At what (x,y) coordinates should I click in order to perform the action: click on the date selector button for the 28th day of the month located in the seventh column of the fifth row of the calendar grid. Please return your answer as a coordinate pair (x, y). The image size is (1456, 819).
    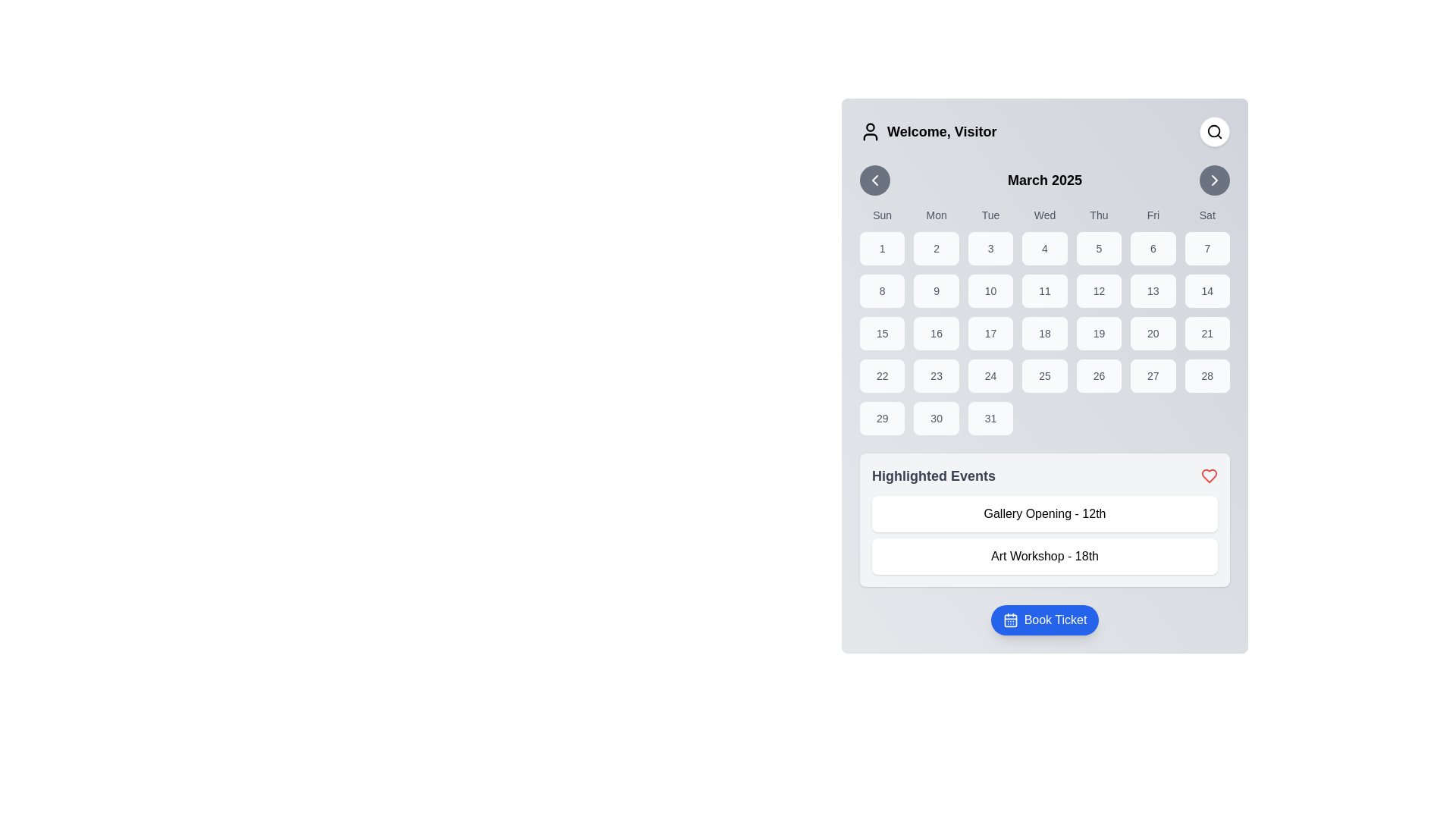
    Looking at the image, I should click on (1207, 375).